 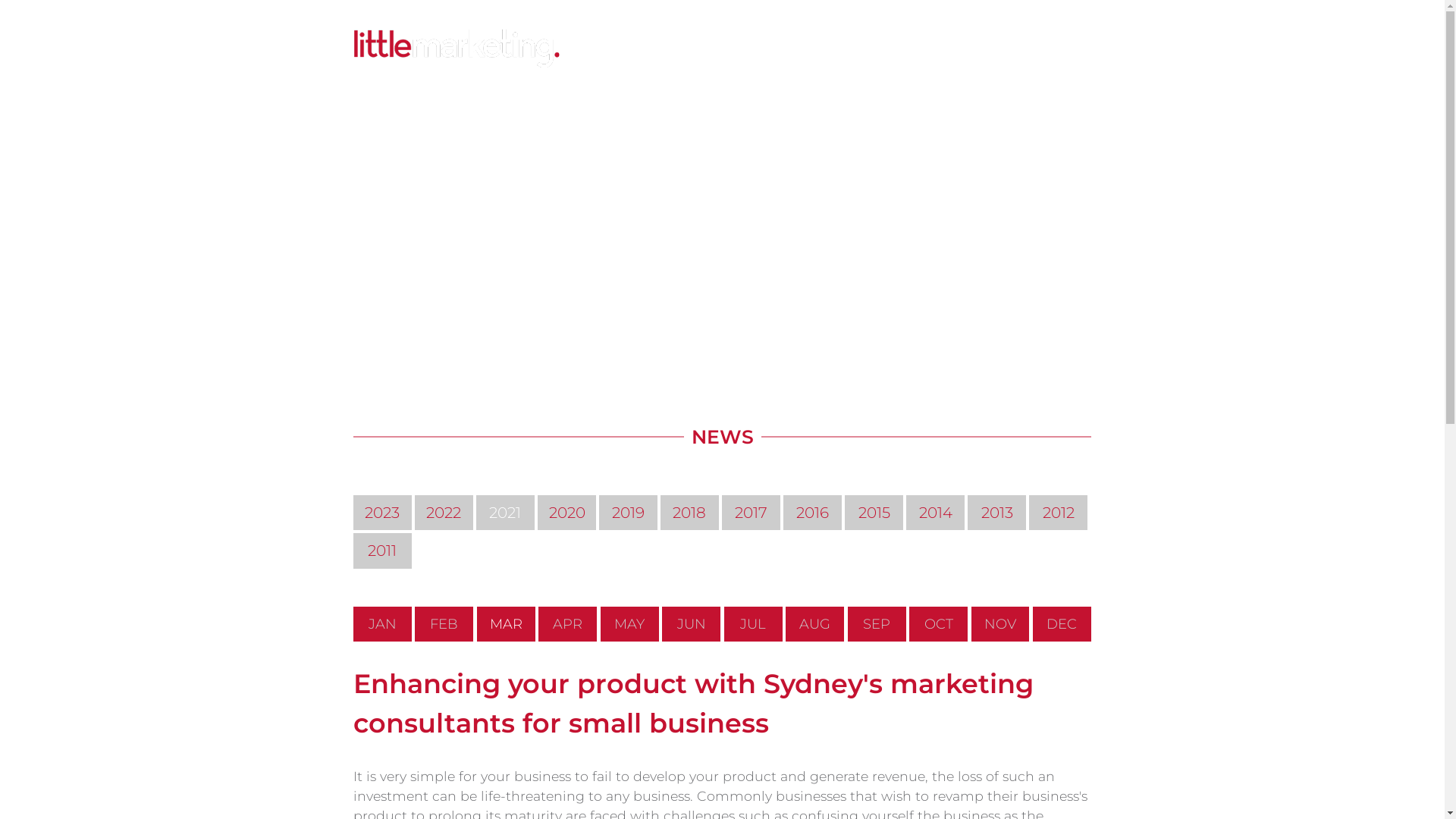 I want to click on 'AUG', so click(x=814, y=623).